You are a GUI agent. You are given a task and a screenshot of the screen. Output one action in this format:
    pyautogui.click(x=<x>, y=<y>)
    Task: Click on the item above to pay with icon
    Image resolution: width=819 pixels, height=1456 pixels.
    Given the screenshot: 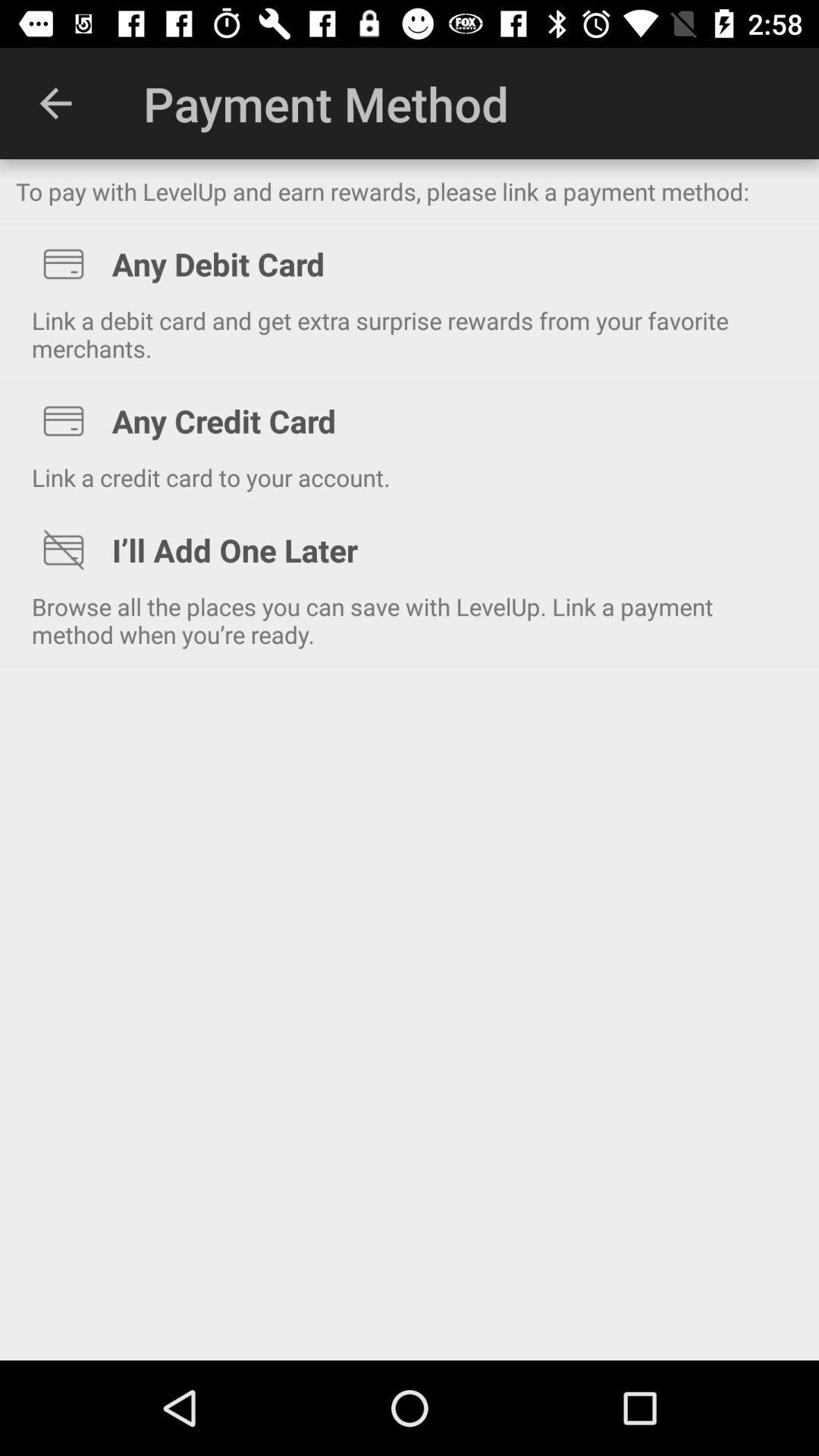 What is the action you would take?
    pyautogui.click(x=55, y=102)
    